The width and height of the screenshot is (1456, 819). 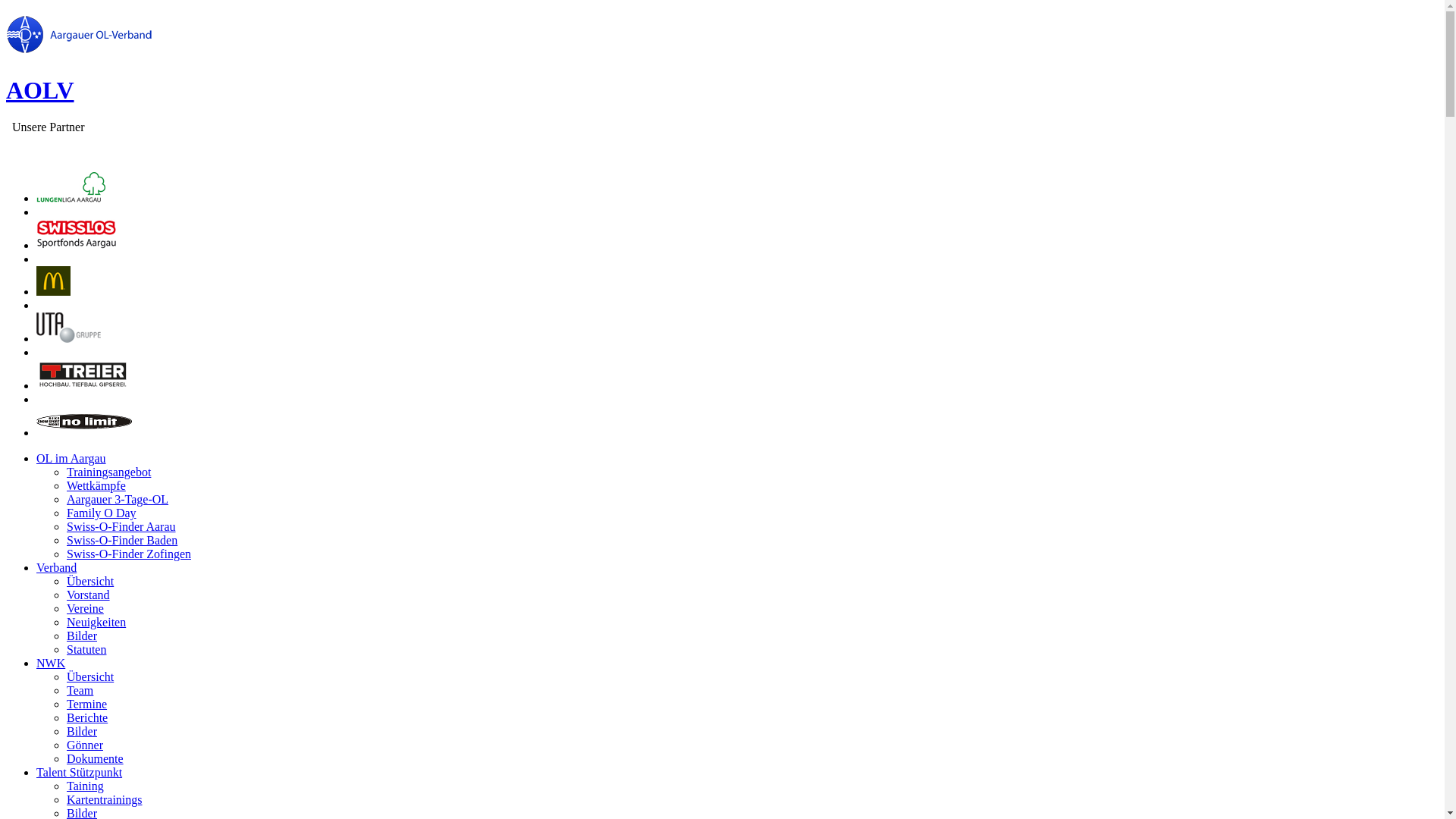 I want to click on 'AOLV', so click(x=39, y=90).